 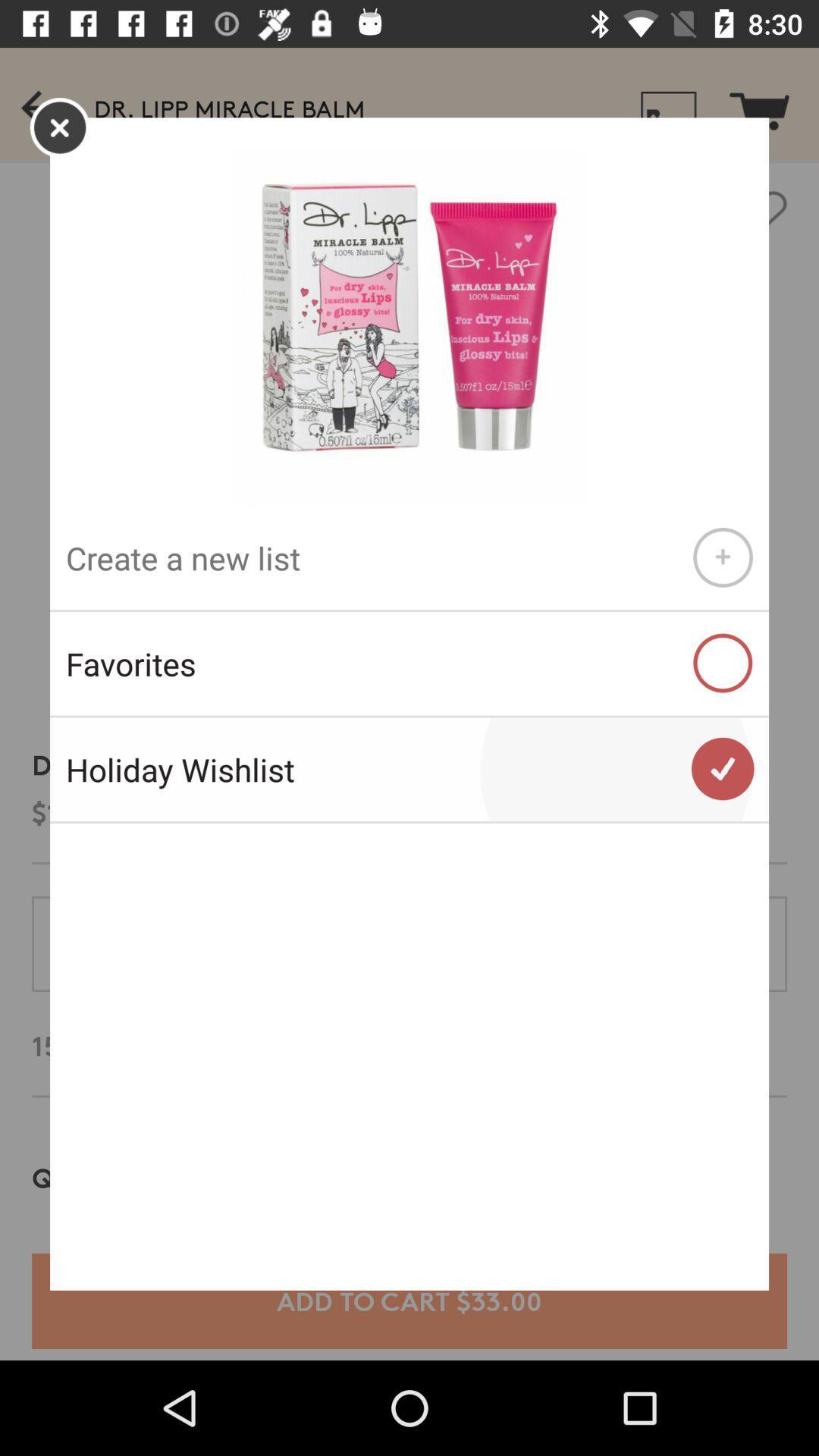 What do you see at coordinates (59, 127) in the screenshot?
I see `the close icon` at bounding box center [59, 127].